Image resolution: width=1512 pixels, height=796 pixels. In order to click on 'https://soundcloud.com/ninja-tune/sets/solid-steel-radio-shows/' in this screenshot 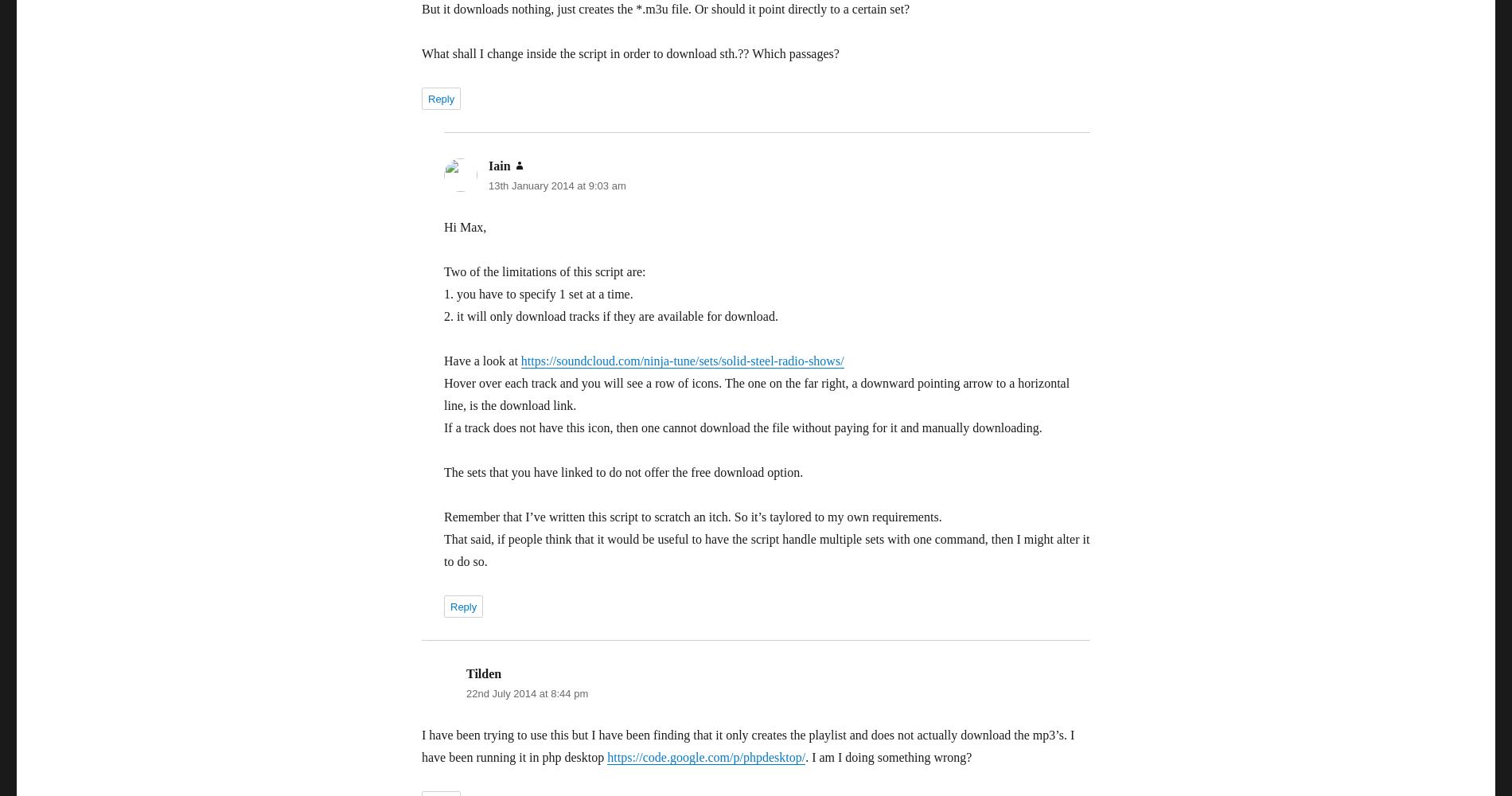, I will do `click(681, 360)`.